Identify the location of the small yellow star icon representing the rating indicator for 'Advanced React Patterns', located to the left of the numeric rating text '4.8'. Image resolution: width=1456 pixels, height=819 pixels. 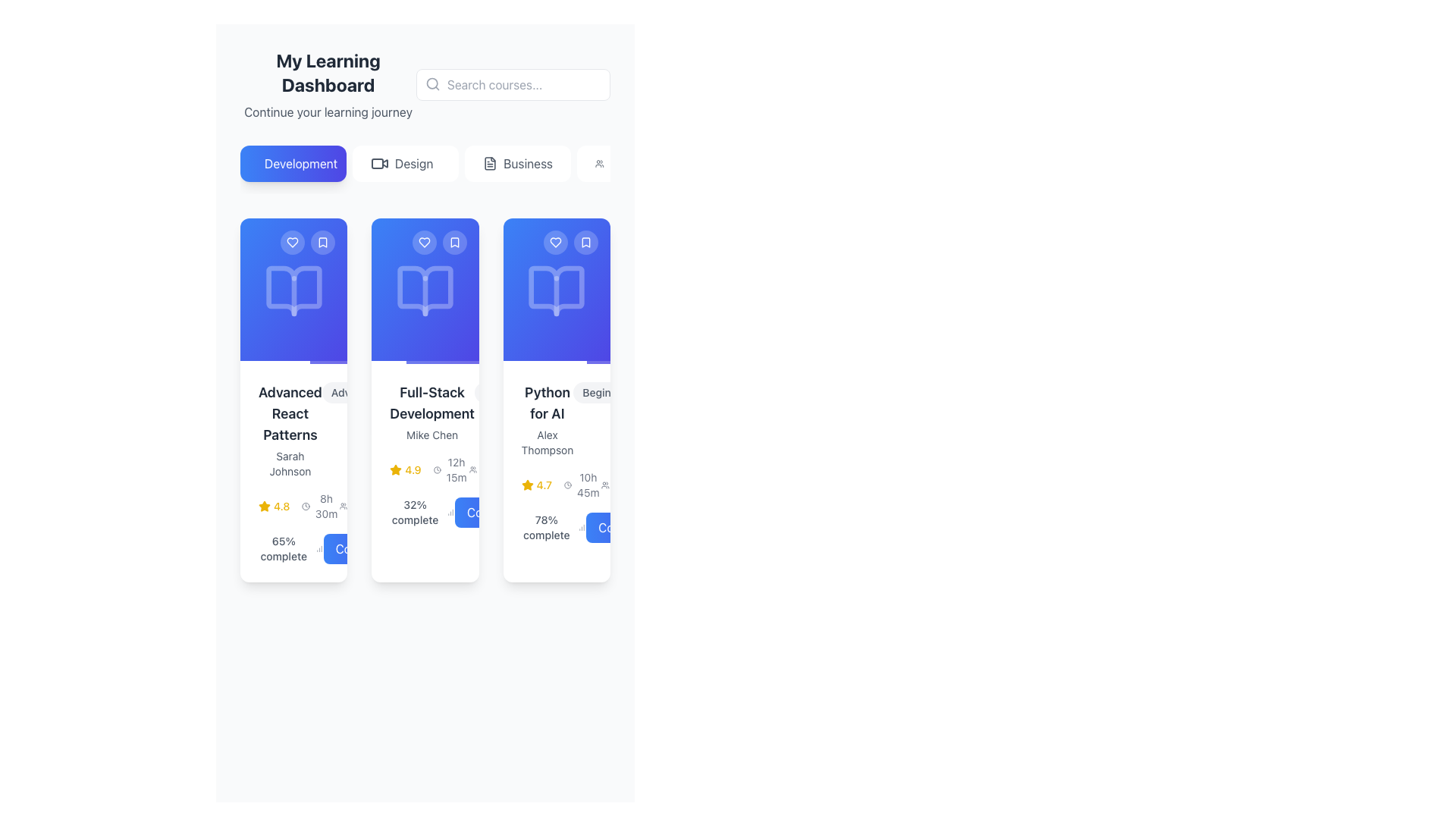
(265, 506).